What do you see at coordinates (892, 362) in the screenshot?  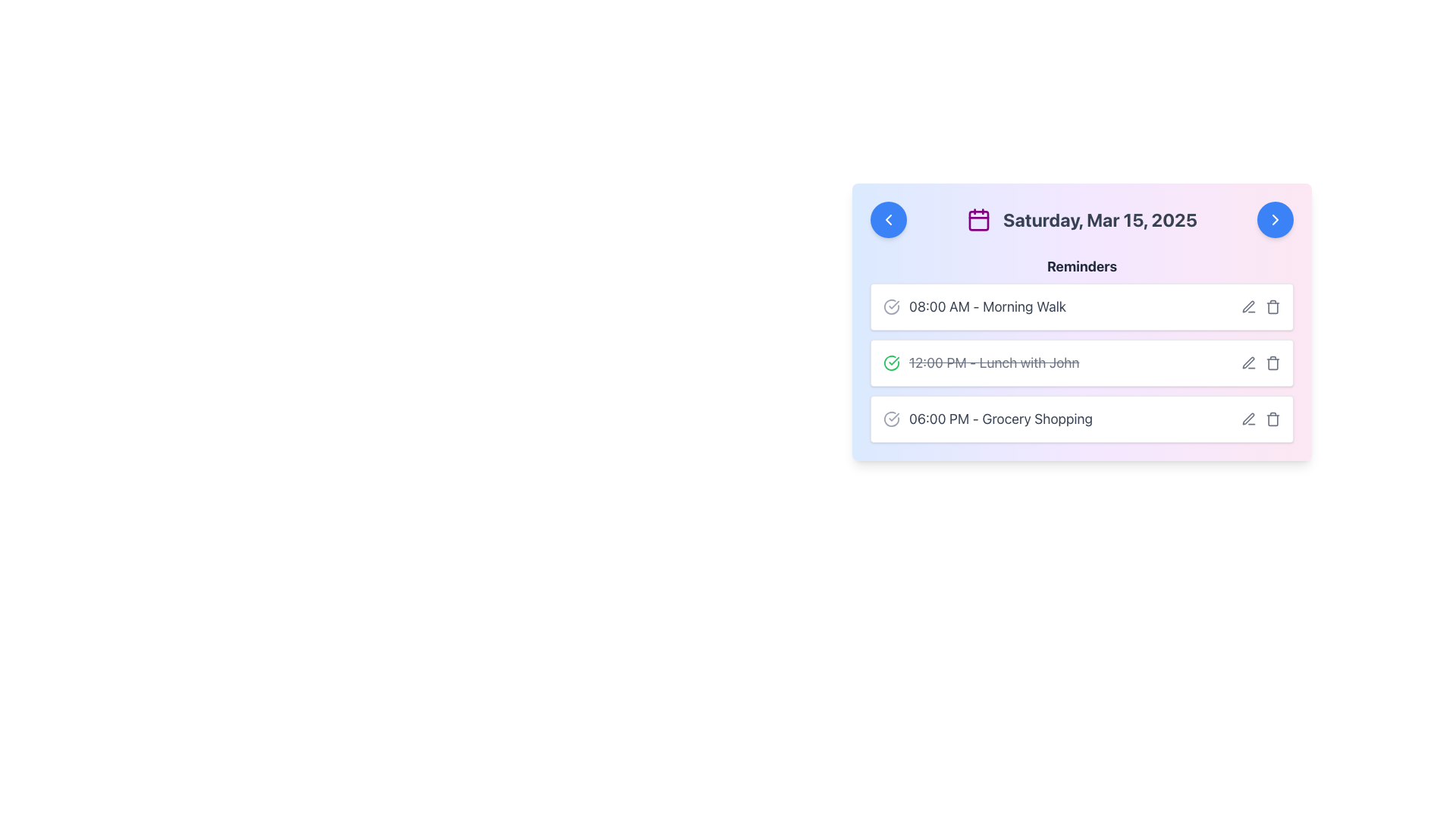 I see `the circular green checkmark icon in the reminder entry for 'Lunch with John'` at bounding box center [892, 362].